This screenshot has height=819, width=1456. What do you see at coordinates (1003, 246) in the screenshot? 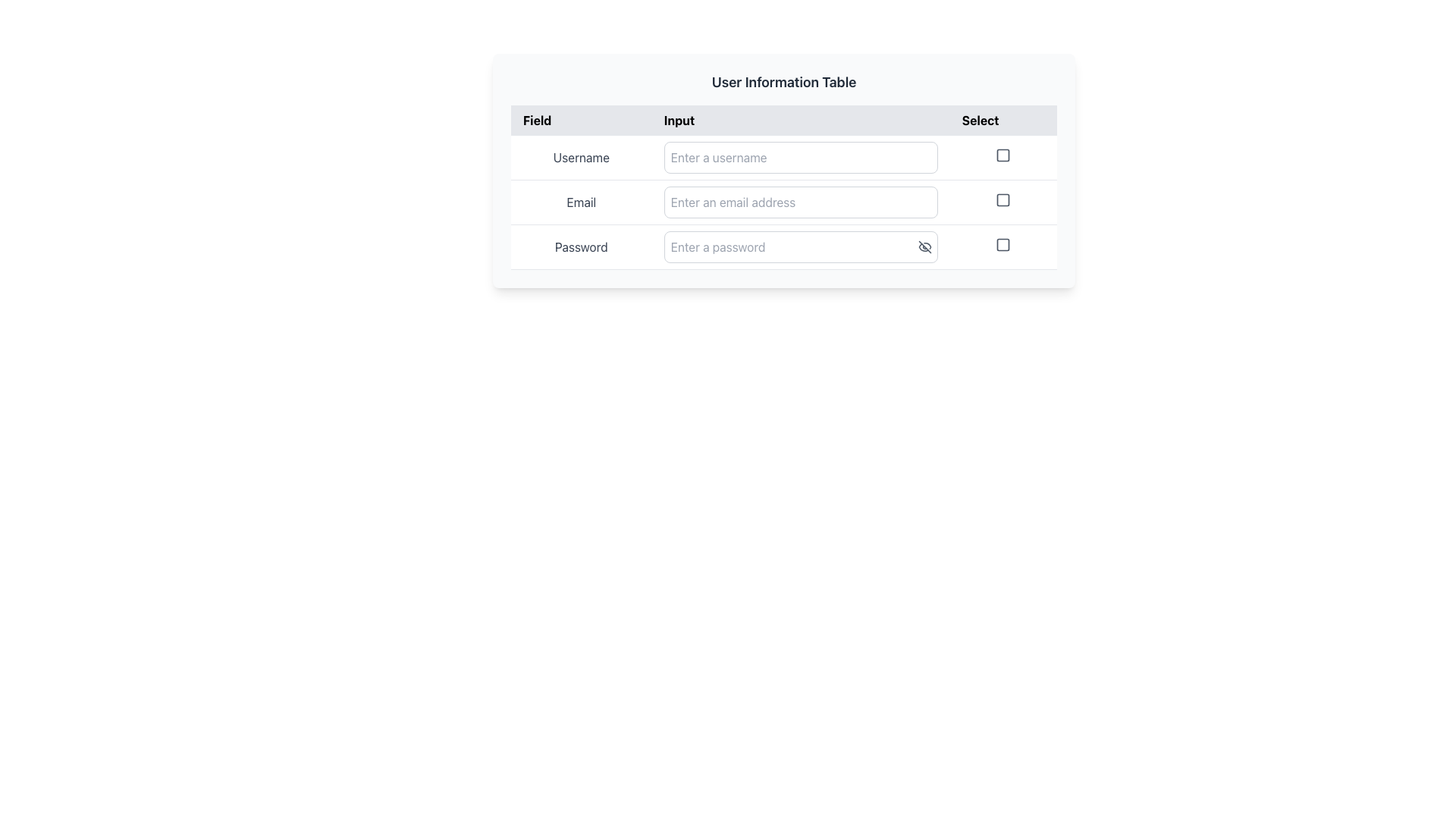
I see `the button located on the far-right side of the row associated with the 'Password' field` at bounding box center [1003, 246].